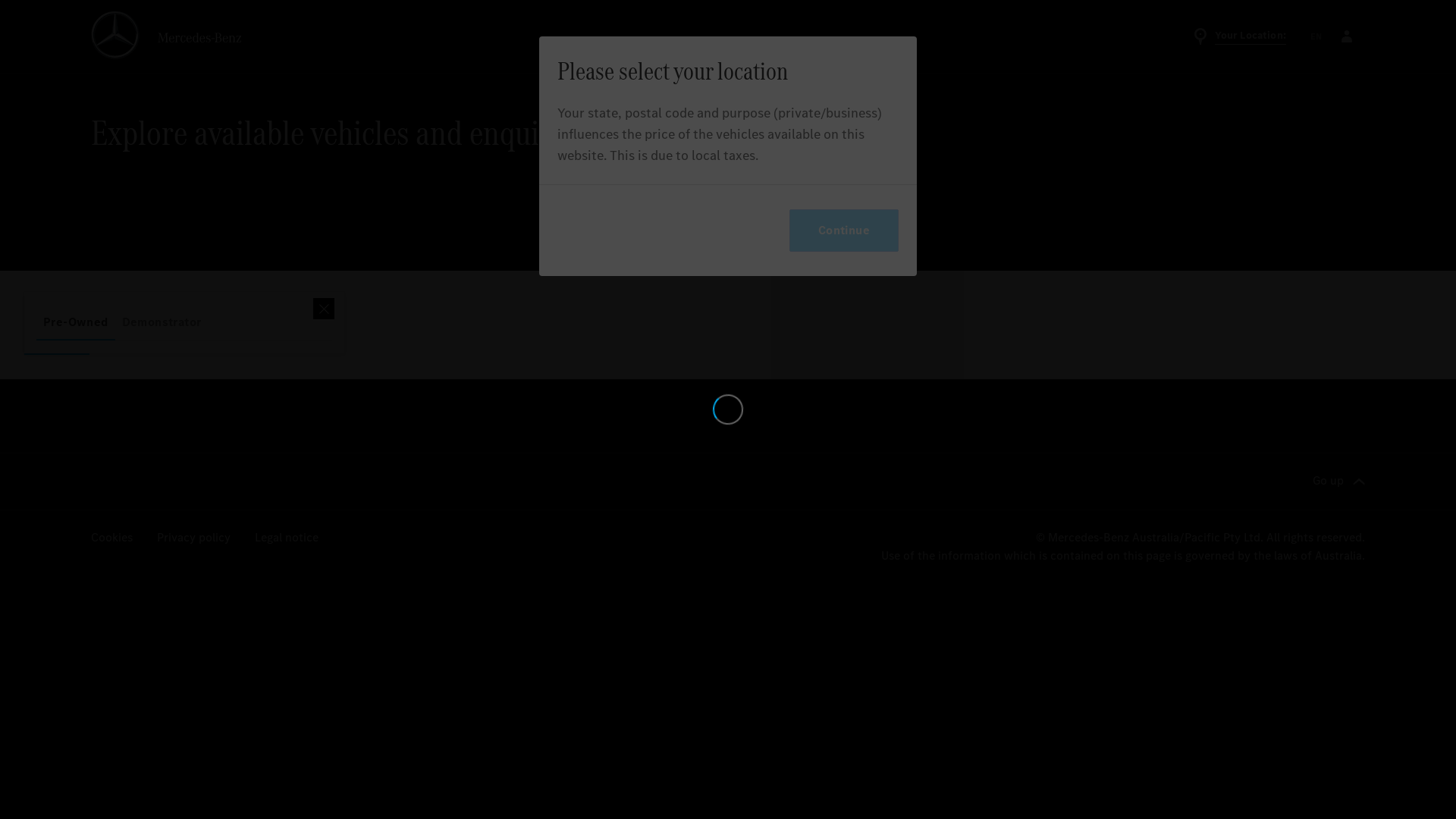 The height and width of the screenshot is (819, 1456). What do you see at coordinates (75, 321) in the screenshot?
I see `'Pre-Owned'` at bounding box center [75, 321].